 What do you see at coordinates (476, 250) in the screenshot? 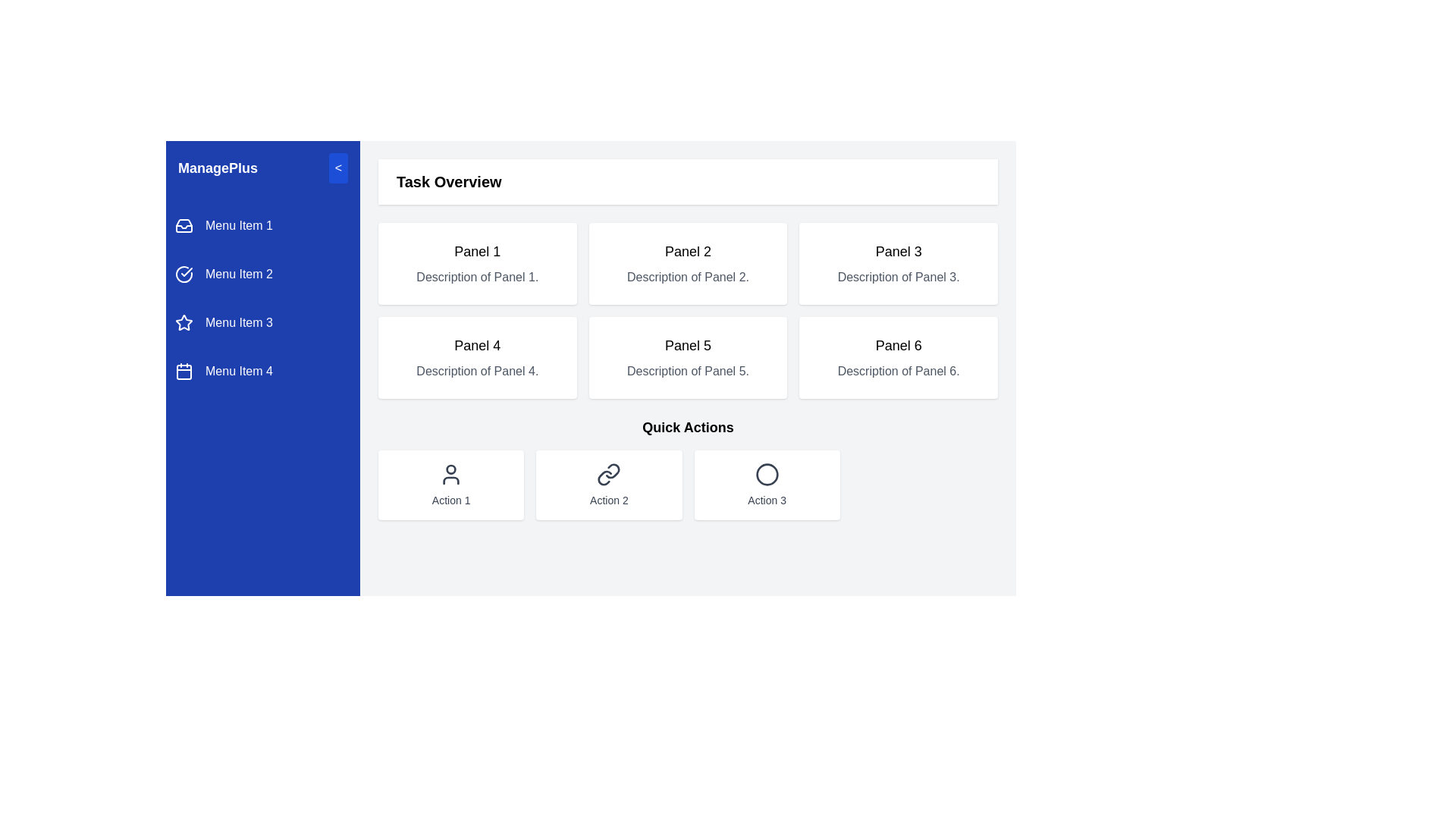
I see `the static text label that serves as the title for the 'Task Overview' panel, located at the top-left segment of the main content area, above 'Description of Panel 1.'` at bounding box center [476, 250].